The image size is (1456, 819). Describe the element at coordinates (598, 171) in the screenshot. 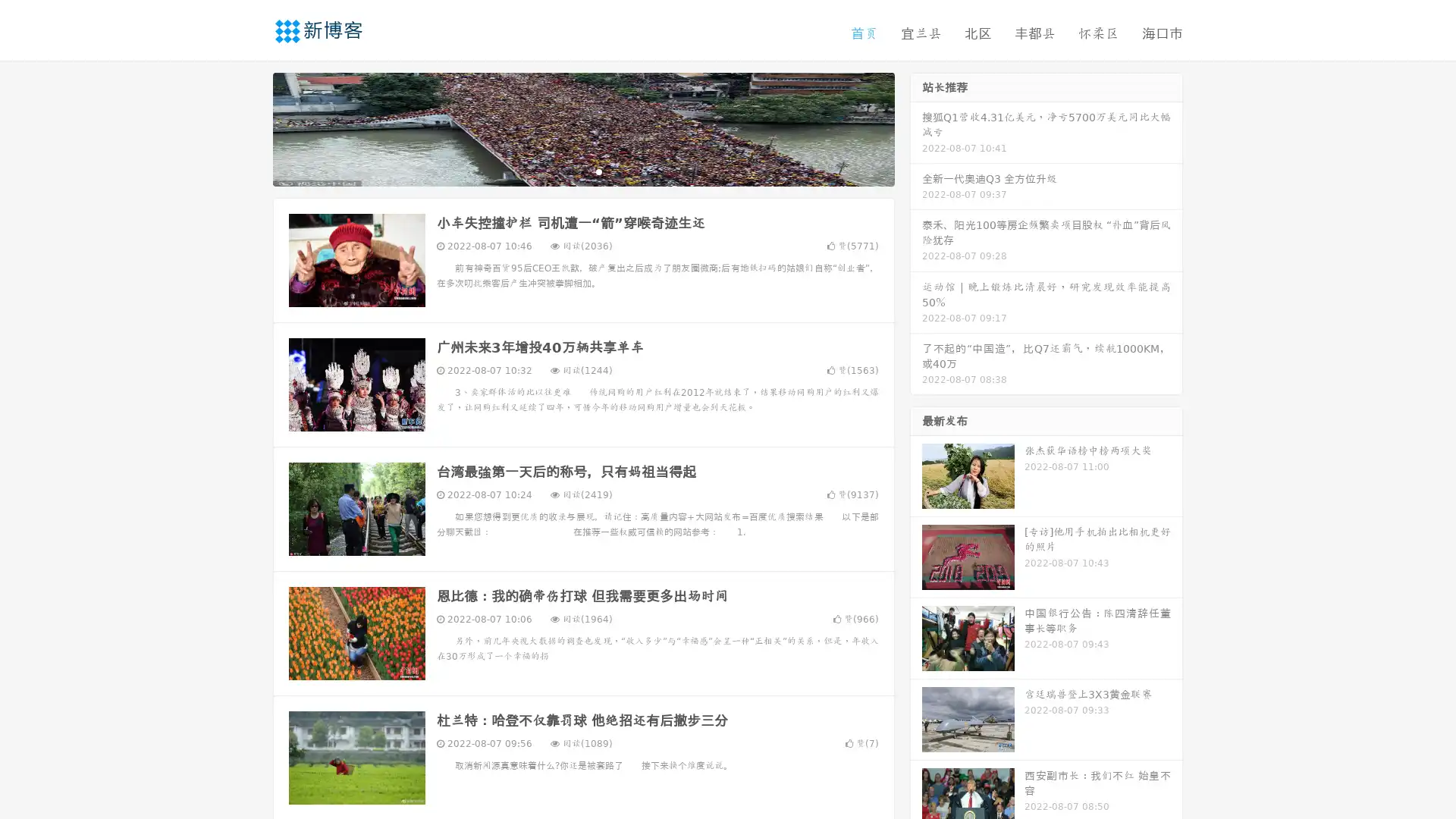

I see `Go to slide 3` at that location.